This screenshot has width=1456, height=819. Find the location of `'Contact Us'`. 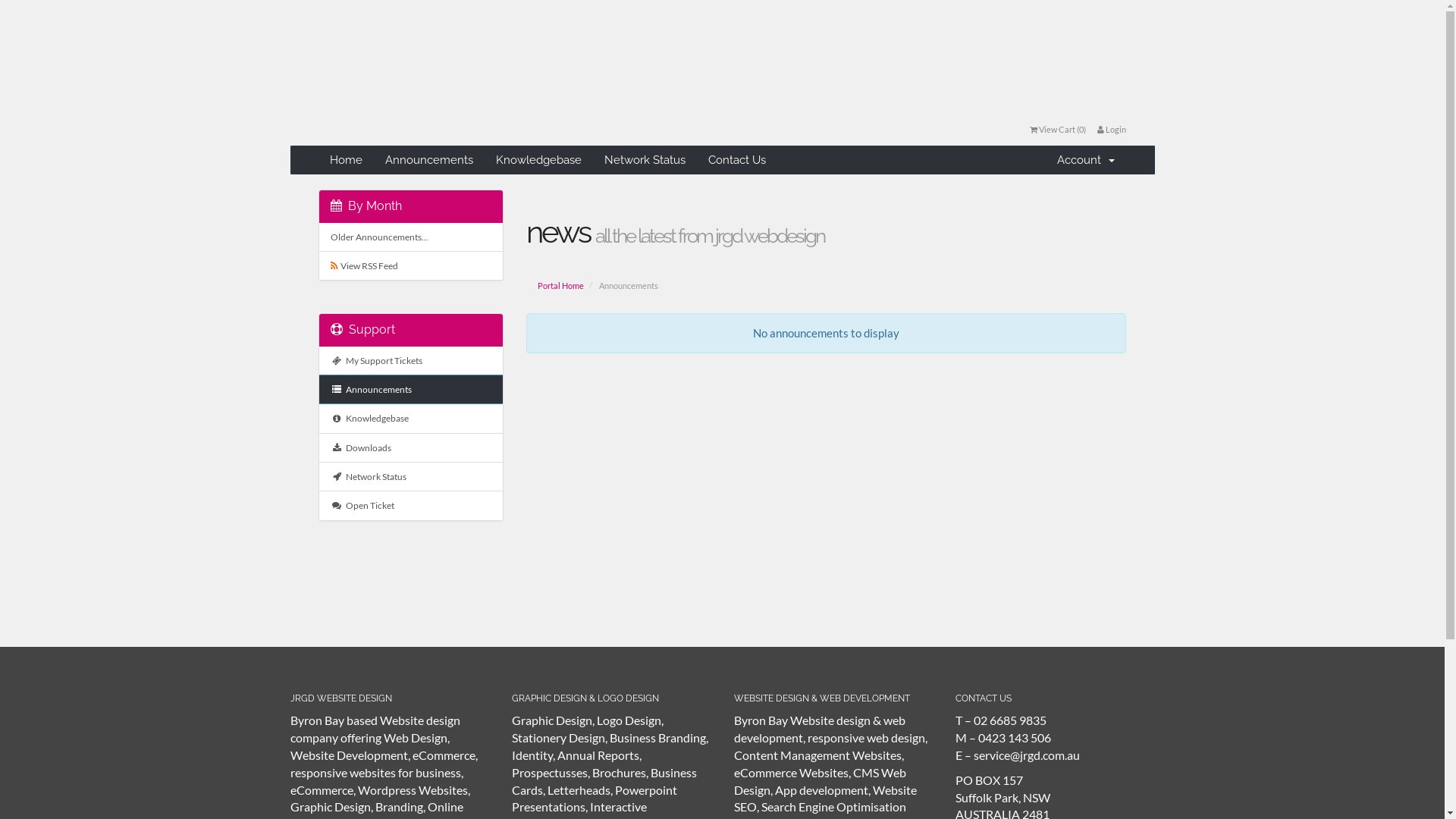

'Contact Us' is located at coordinates (736, 160).